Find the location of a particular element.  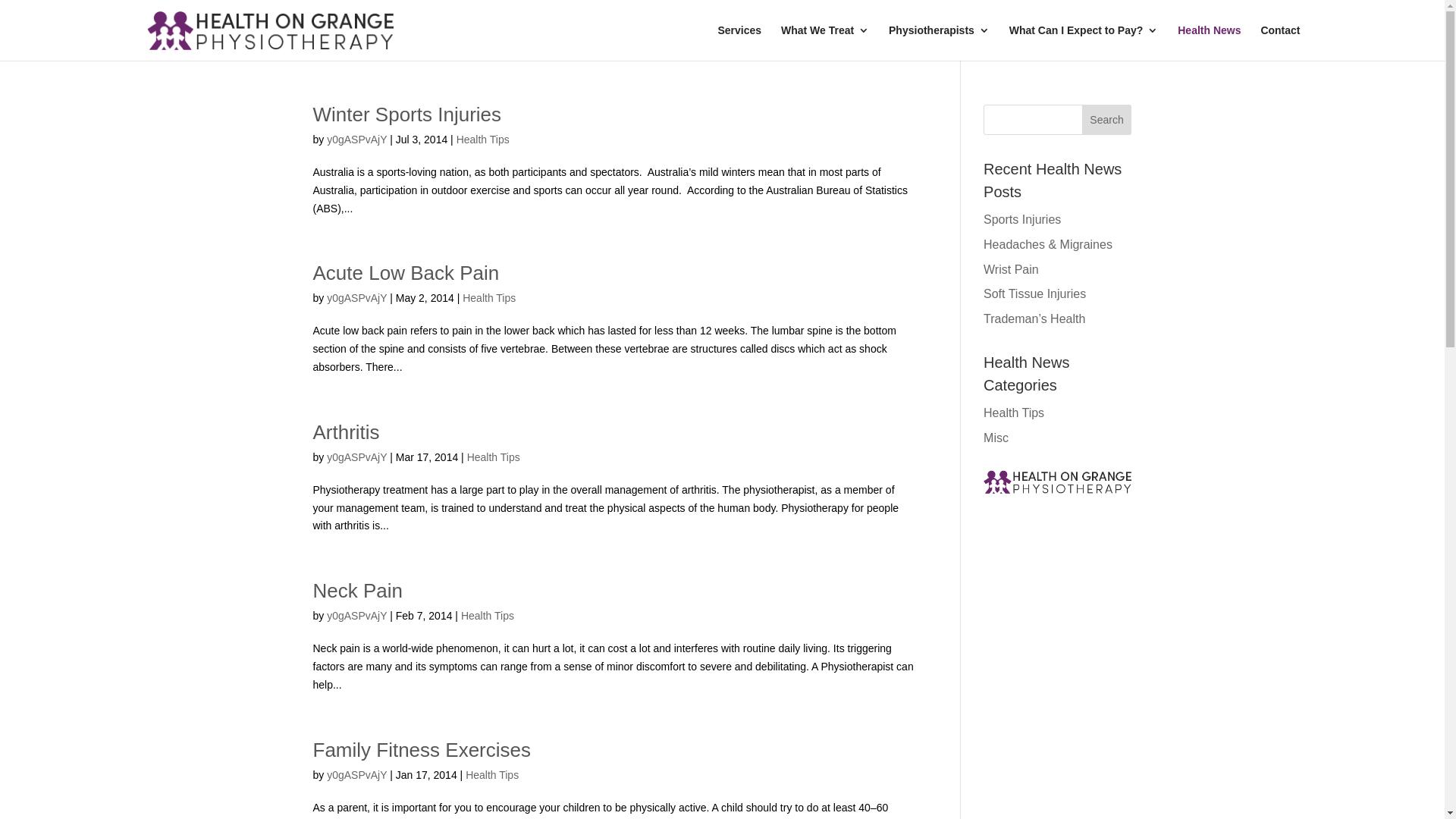

'What We Treat' is located at coordinates (824, 42).